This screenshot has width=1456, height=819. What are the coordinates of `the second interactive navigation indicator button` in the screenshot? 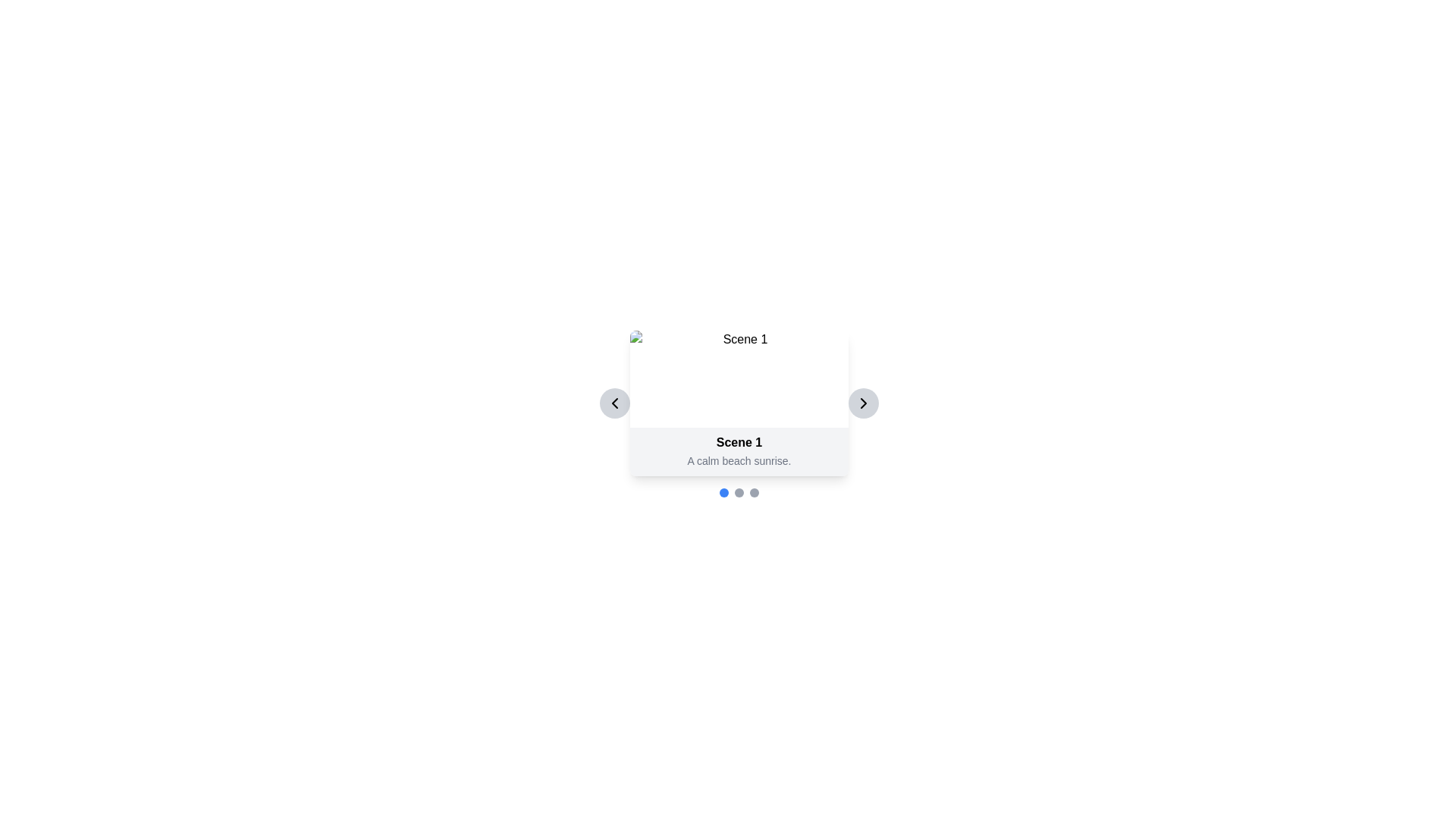 It's located at (739, 493).